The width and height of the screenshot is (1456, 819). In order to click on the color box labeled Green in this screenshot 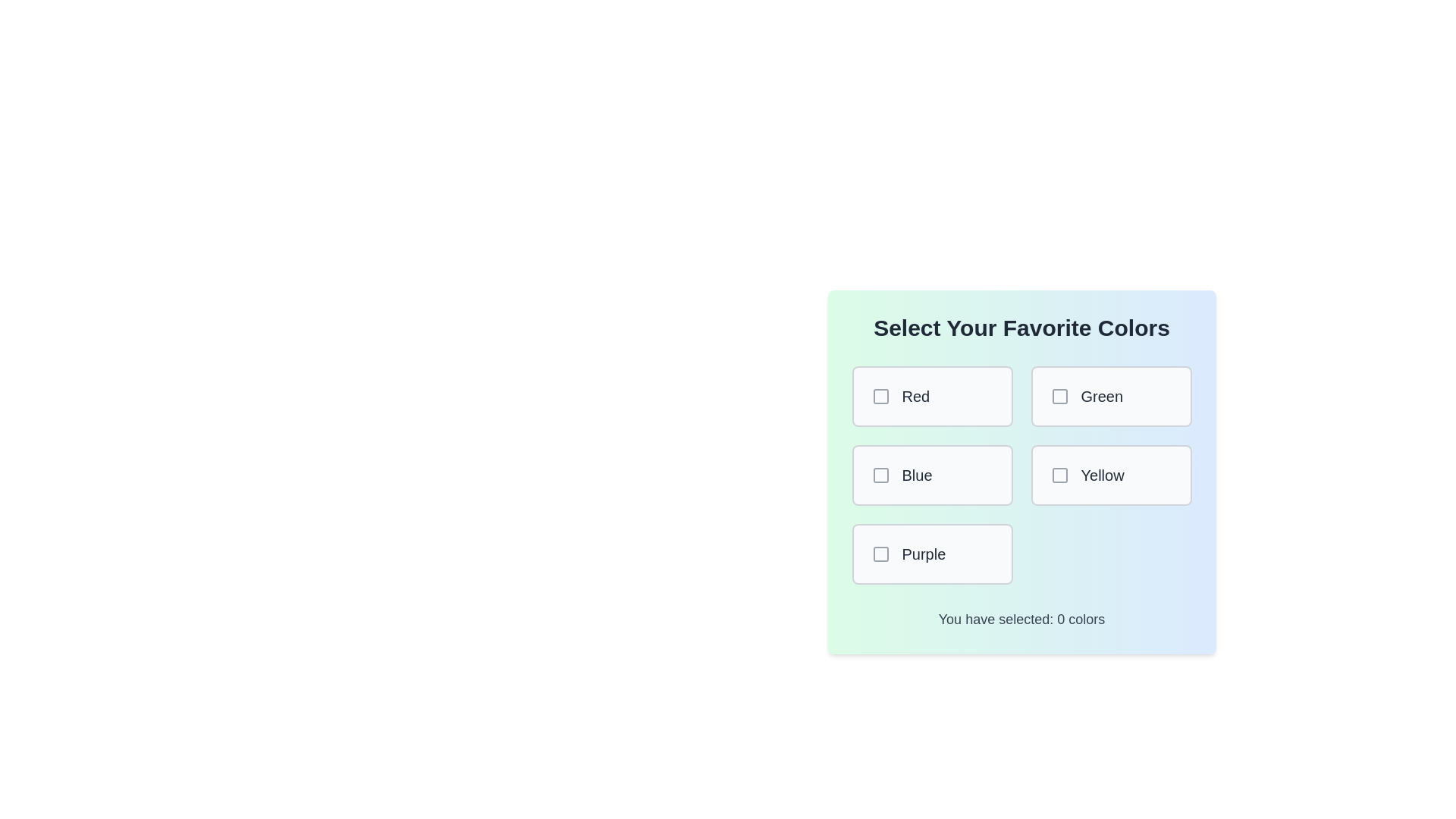, I will do `click(1111, 396)`.